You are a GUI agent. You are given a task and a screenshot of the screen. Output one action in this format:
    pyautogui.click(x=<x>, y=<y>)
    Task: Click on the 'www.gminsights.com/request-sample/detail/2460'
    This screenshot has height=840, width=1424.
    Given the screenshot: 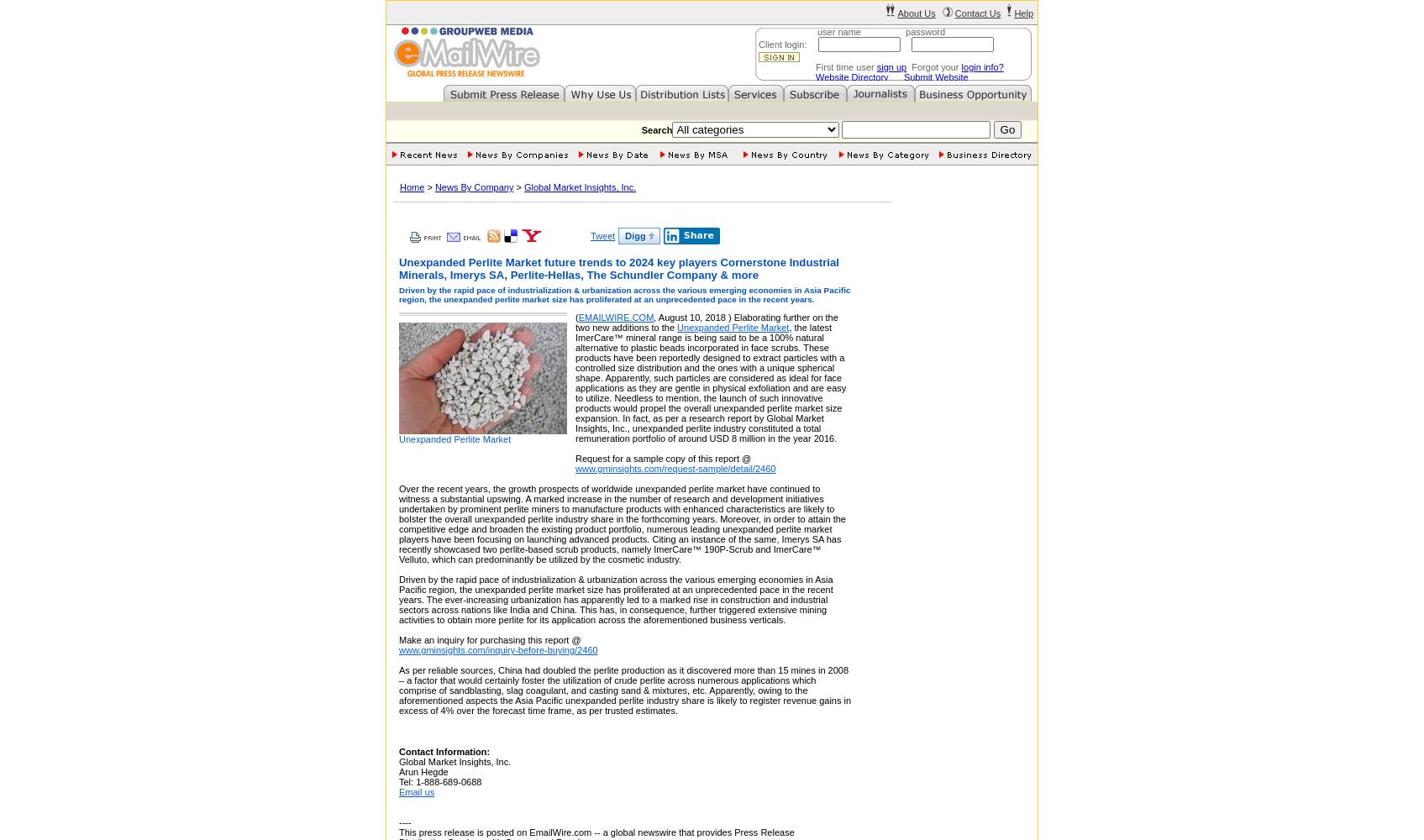 What is the action you would take?
    pyautogui.click(x=575, y=469)
    